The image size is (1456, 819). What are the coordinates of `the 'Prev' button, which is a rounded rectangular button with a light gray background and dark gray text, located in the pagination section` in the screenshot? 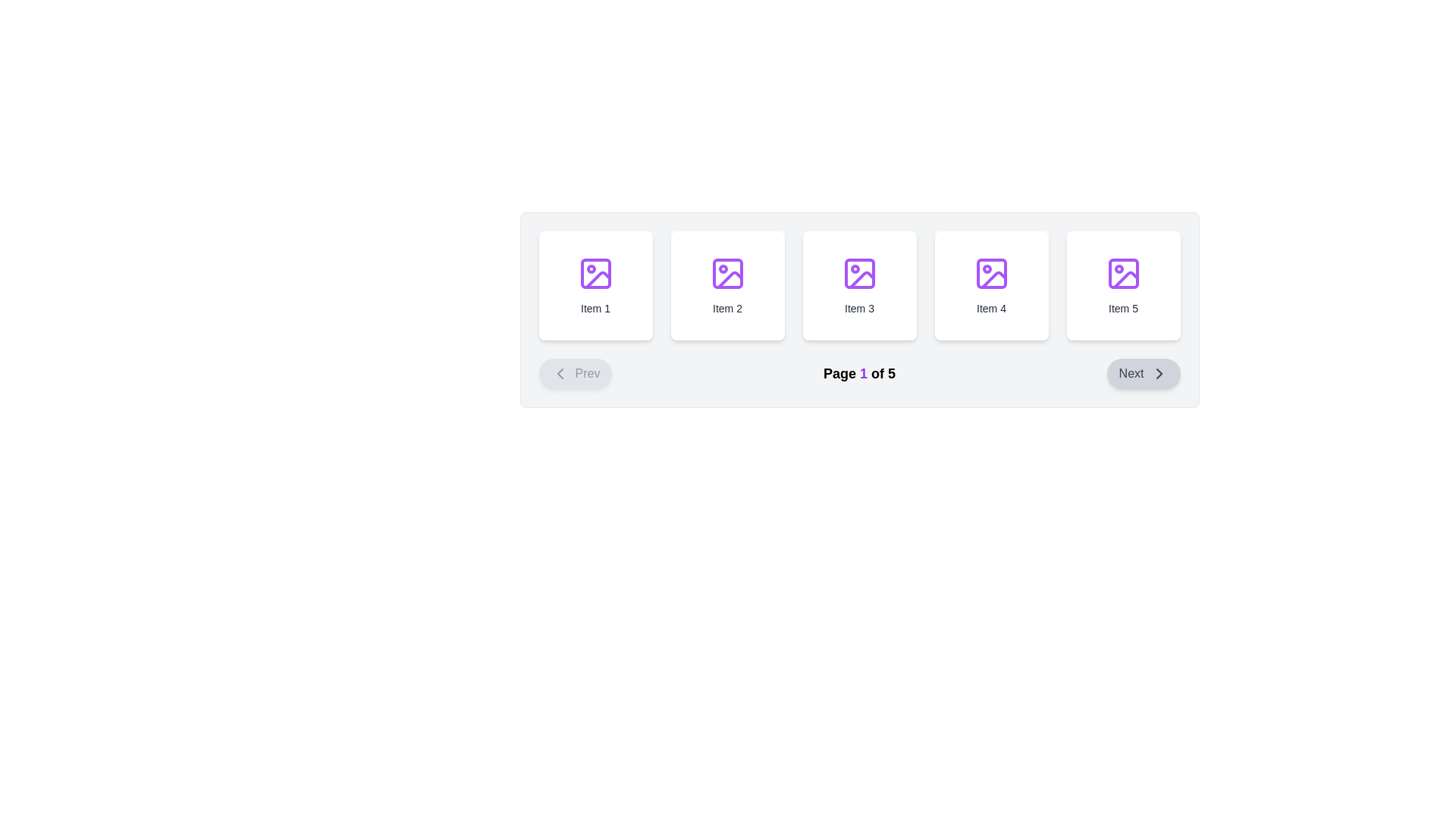 It's located at (574, 374).